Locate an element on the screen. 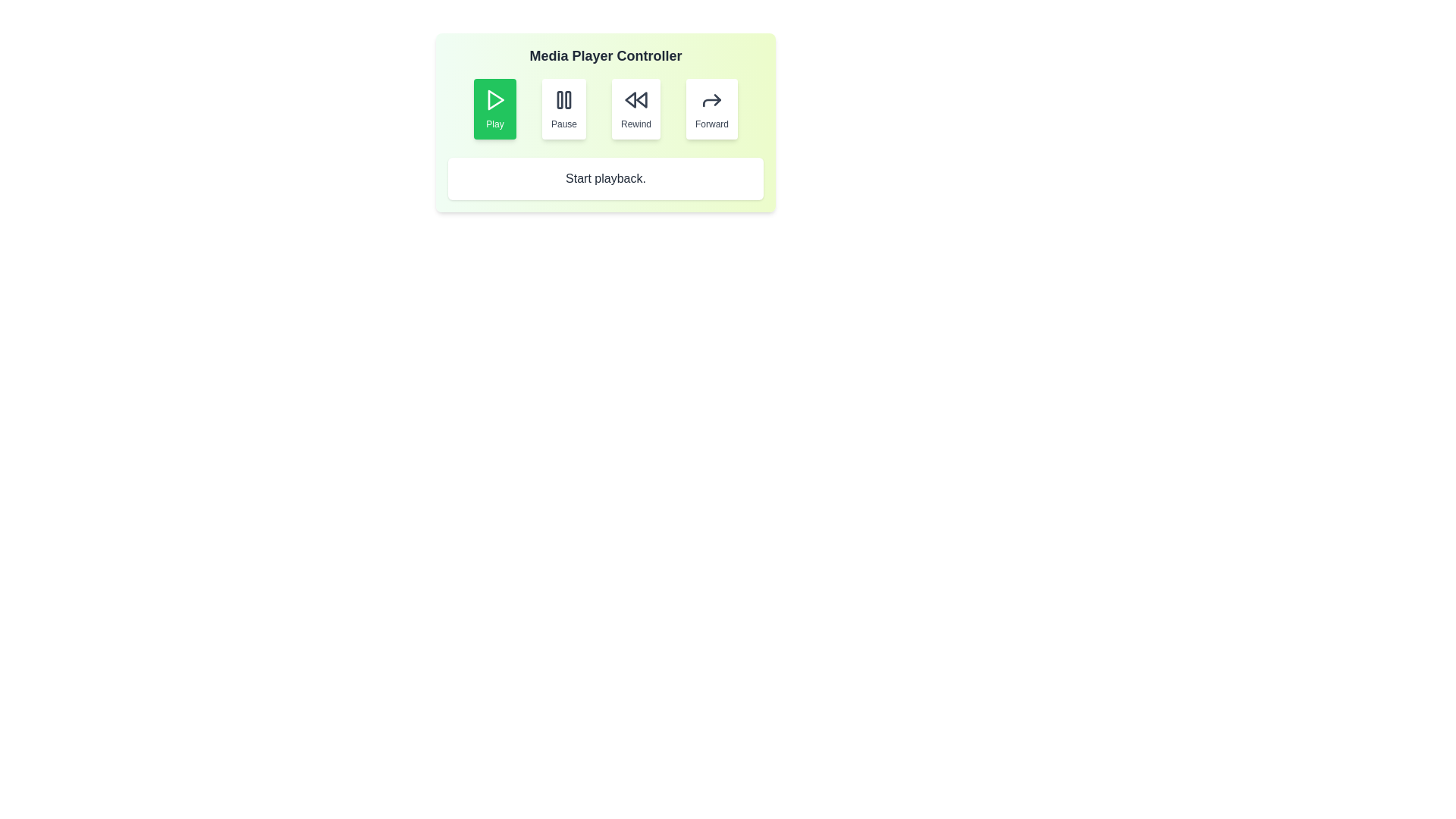 The image size is (1456, 819). the Forward button to perform the corresponding playback action is located at coordinates (711, 108).